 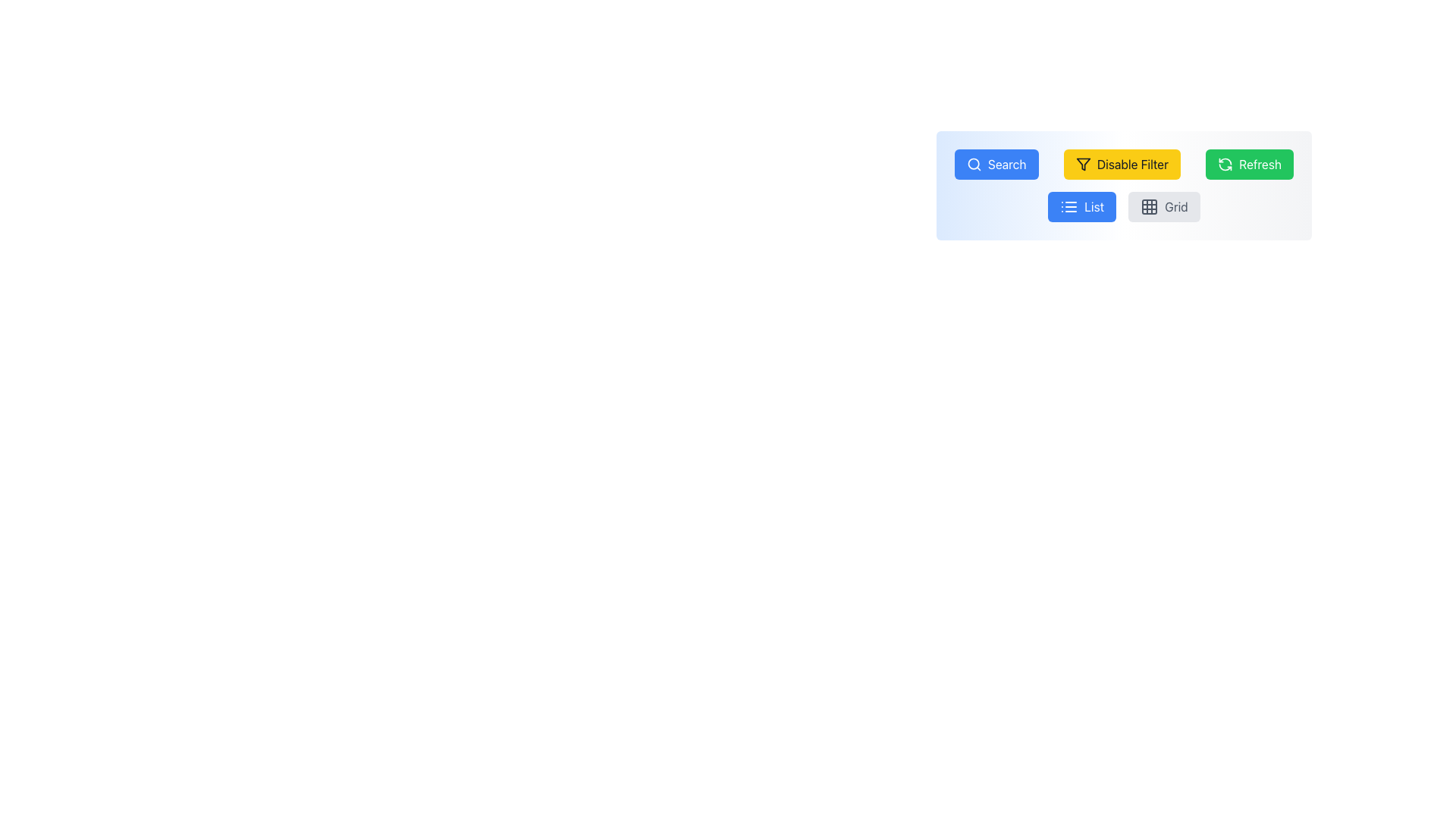 What do you see at coordinates (996, 164) in the screenshot?
I see `the bright blue 'Search' button with a magnifying glass icon` at bounding box center [996, 164].